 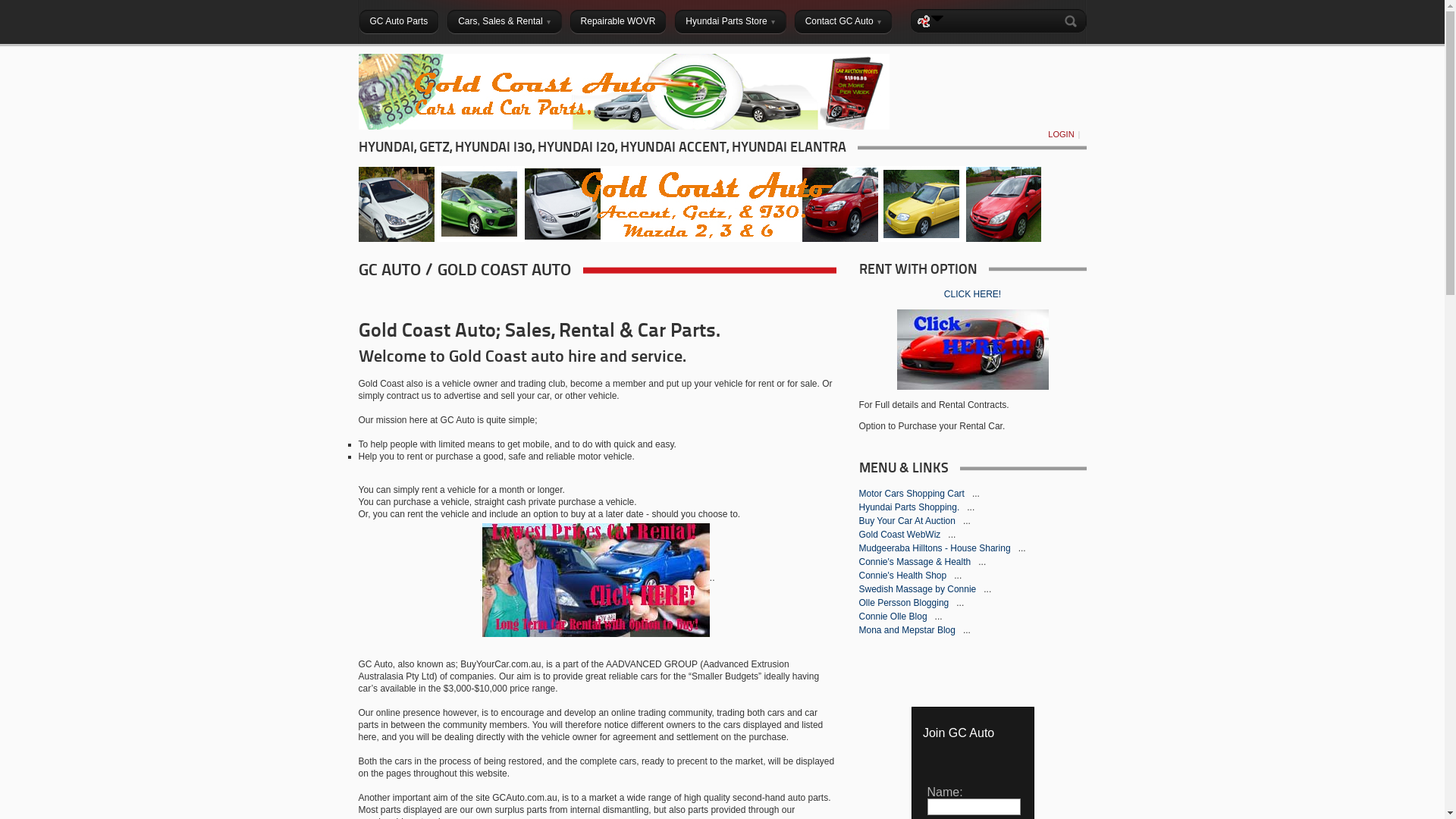 What do you see at coordinates (975, 494) in the screenshot?
I see `'...'` at bounding box center [975, 494].